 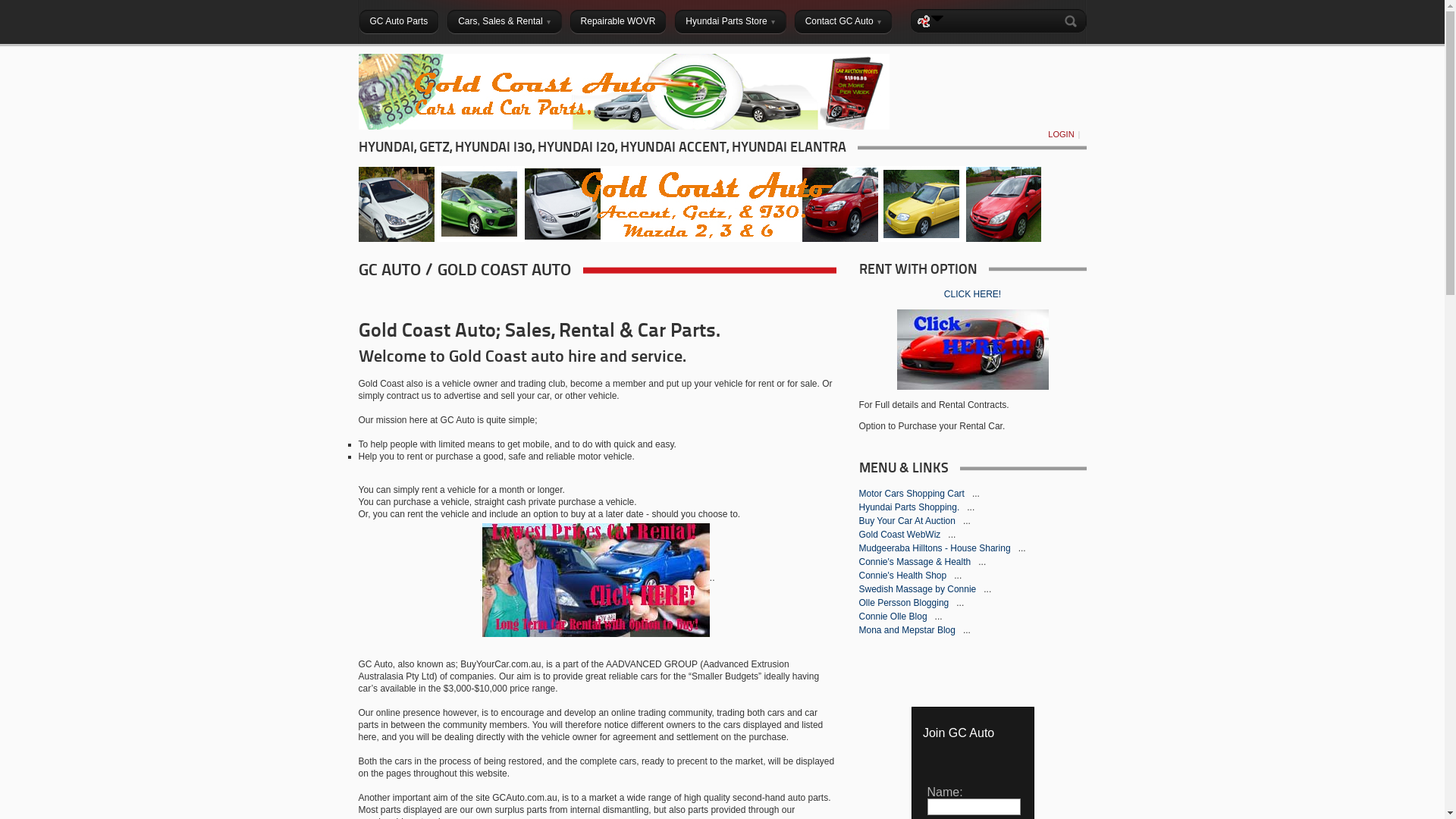 What do you see at coordinates (975, 494) in the screenshot?
I see `'...'` at bounding box center [975, 494].